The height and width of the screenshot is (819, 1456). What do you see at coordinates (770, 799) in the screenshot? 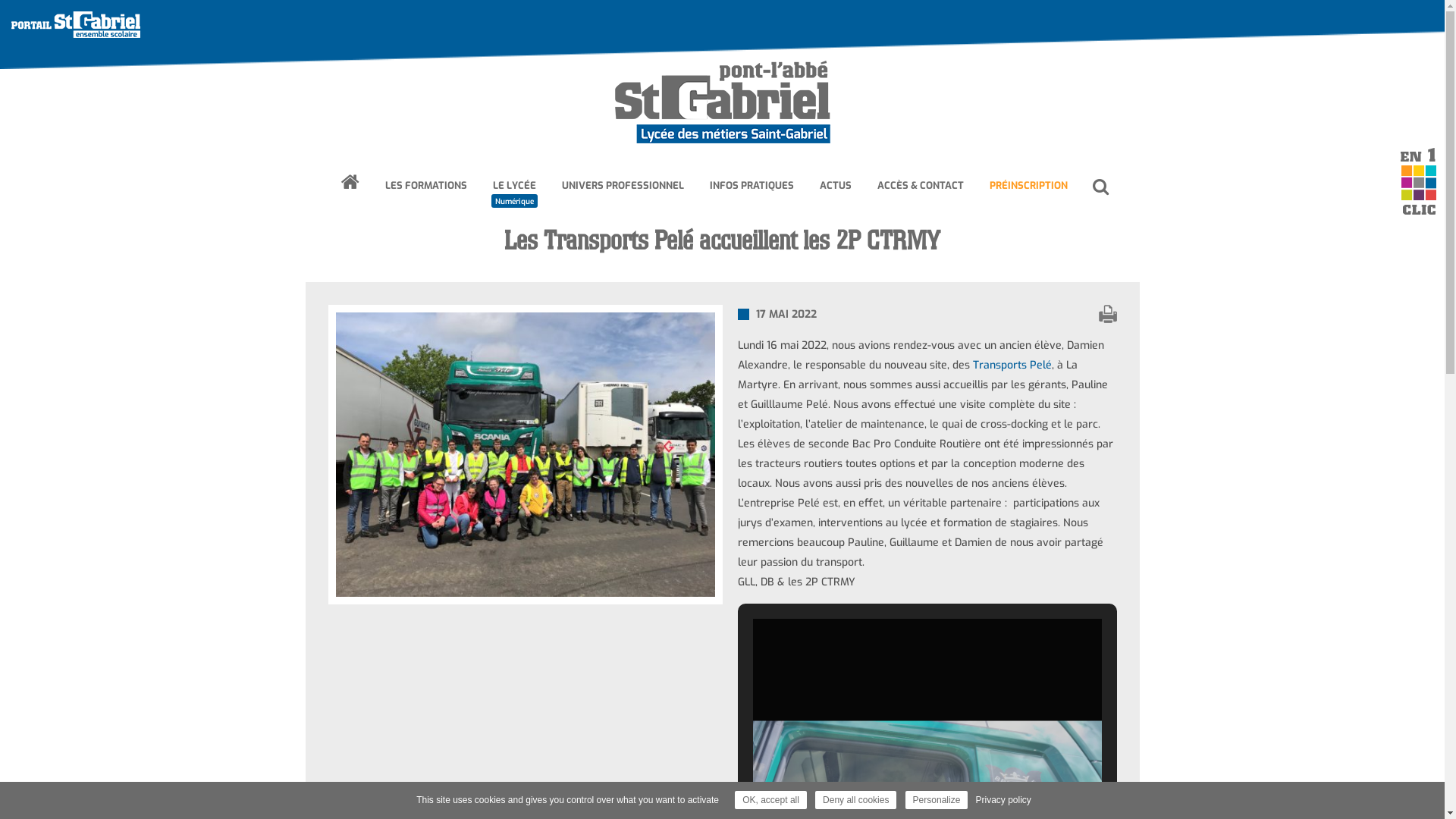
I see `'OK, accept all'` at bounding box center [770, 799].